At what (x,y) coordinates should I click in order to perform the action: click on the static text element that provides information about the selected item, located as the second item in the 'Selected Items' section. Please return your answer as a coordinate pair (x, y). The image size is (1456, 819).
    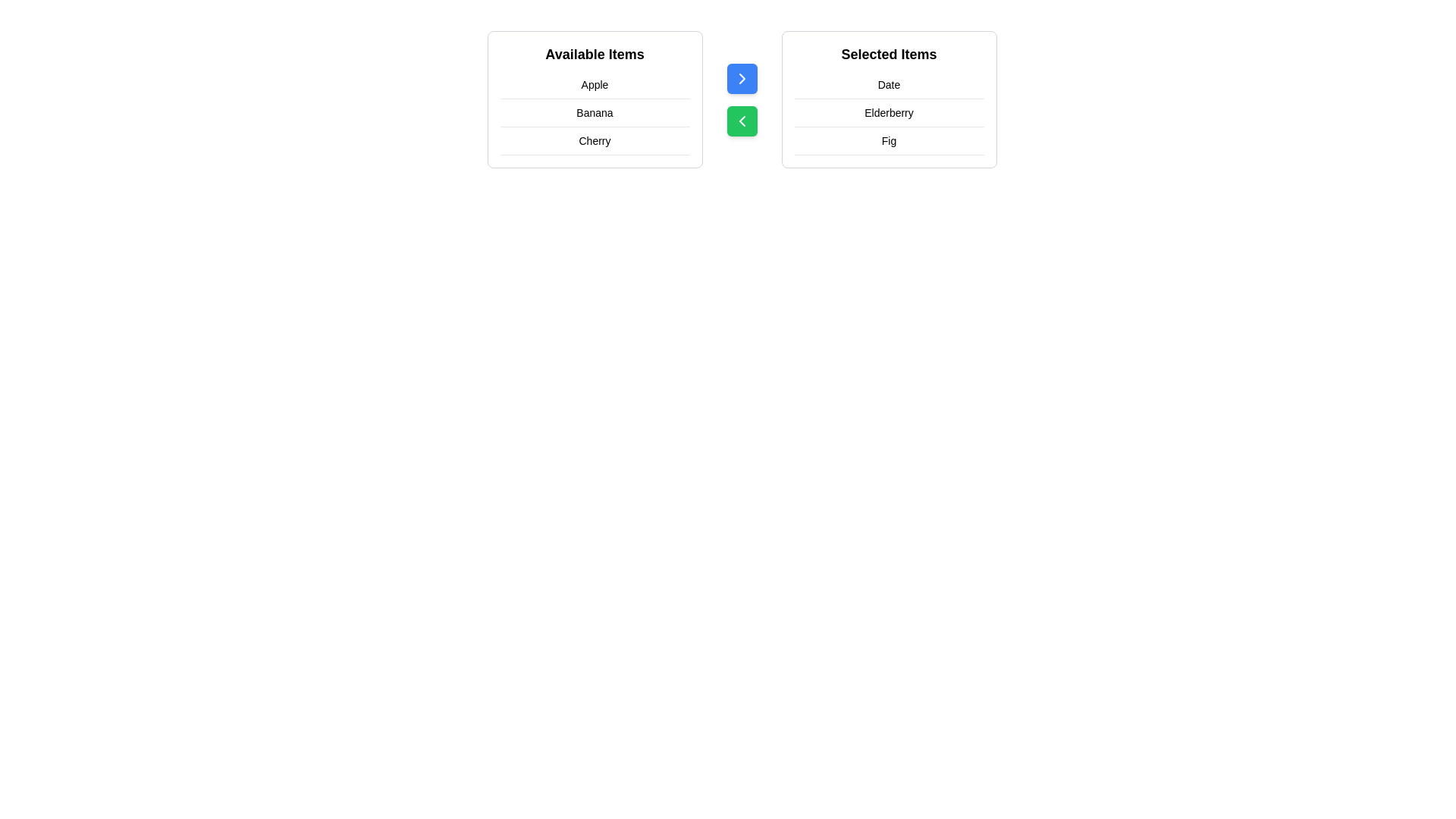
    Looking at the image, I should click on (889, 112).